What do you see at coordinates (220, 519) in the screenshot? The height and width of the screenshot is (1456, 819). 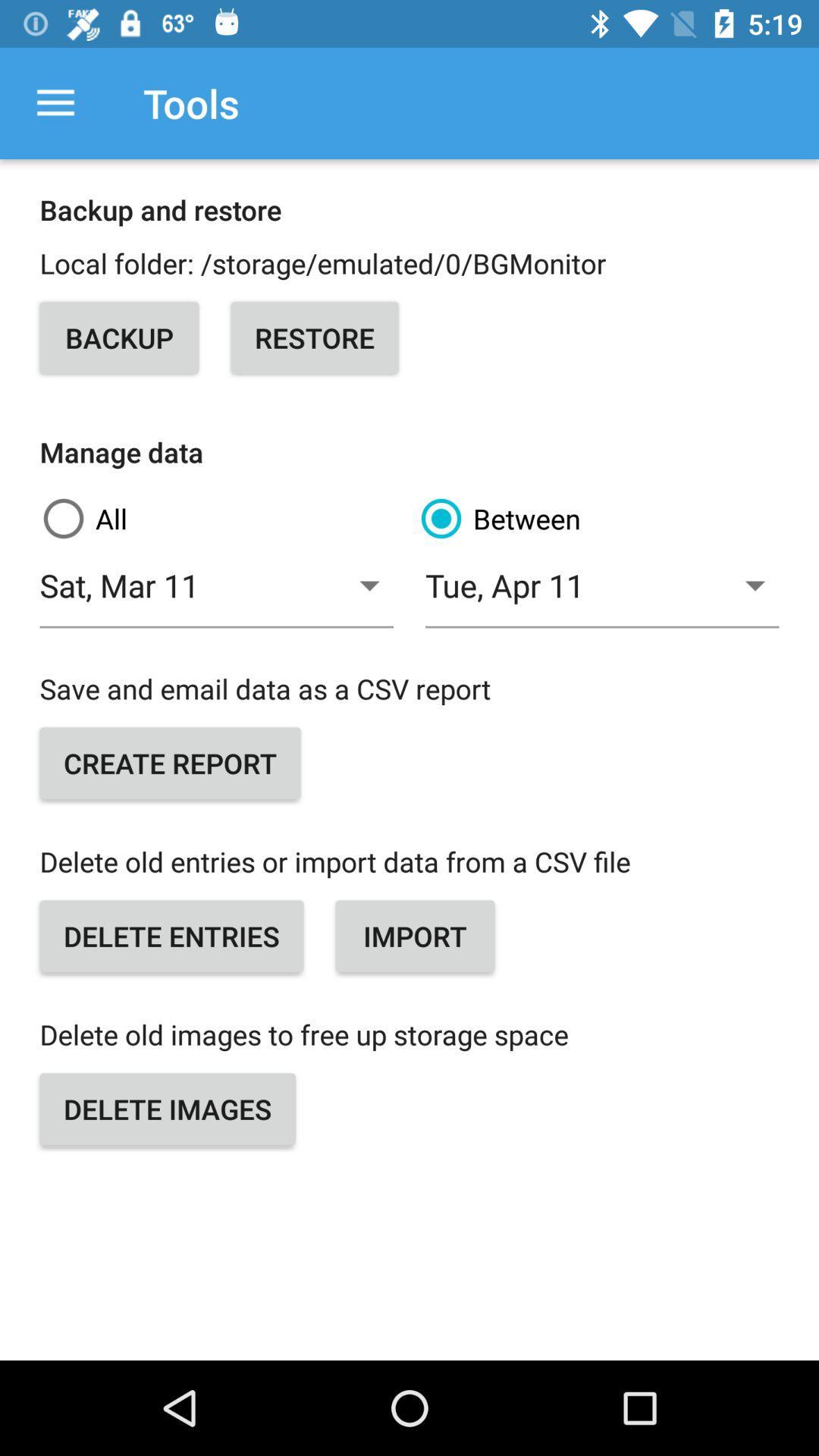 I see `the icon above the sat, mar 11` at bounding box center [220, 519].